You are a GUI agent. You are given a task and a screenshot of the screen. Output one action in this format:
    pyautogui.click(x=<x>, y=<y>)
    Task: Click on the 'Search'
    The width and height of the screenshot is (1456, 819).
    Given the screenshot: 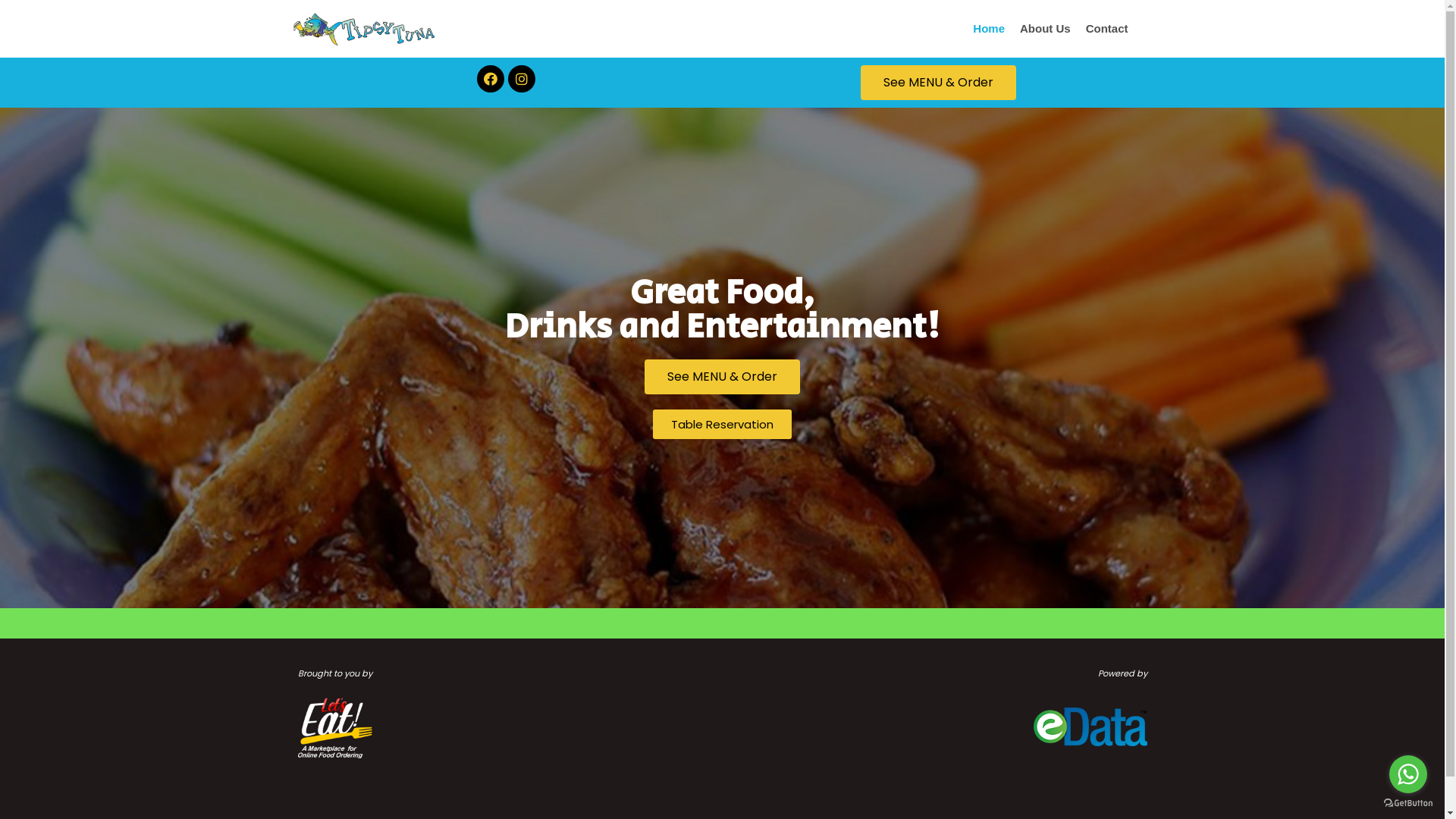 What is the action you would take?
    pyautogui.click(x=1137, y=409)
    